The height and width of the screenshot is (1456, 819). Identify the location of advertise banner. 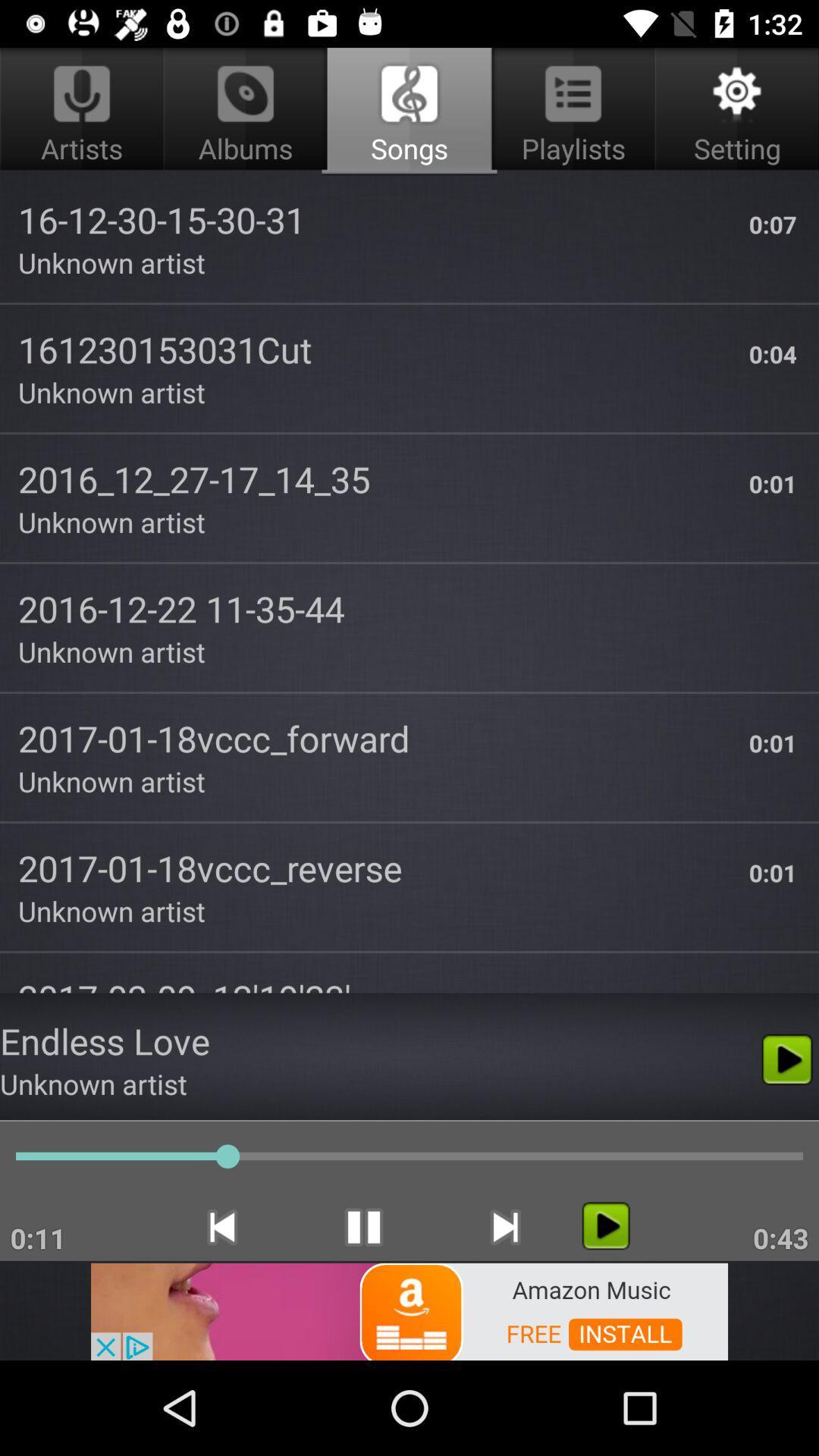
(409, 1310).